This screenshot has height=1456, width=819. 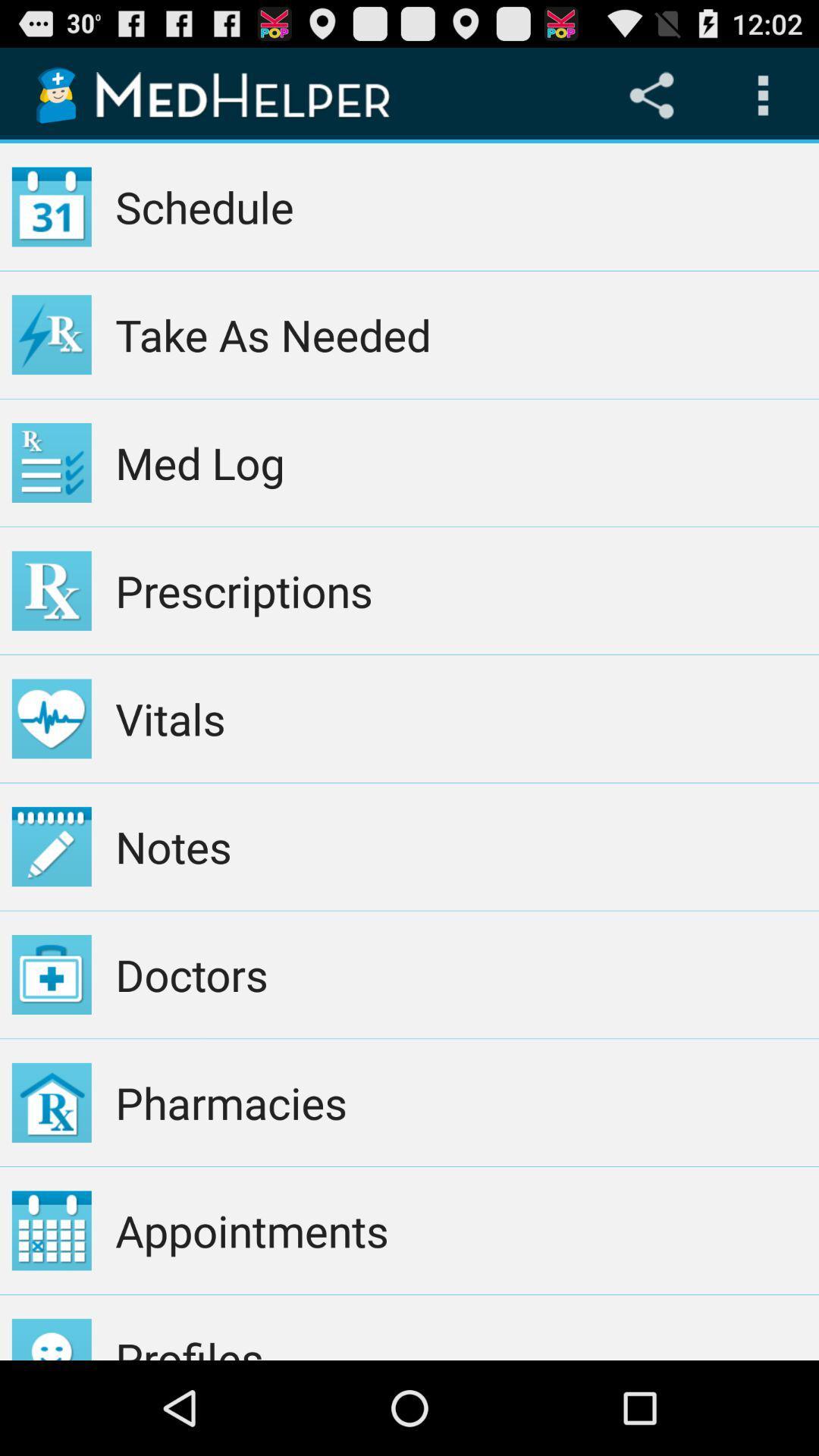 What do you see at coordinates (460, 1326) in the screenshot?
I see `the profiles` at bounding box center [460, 1326].